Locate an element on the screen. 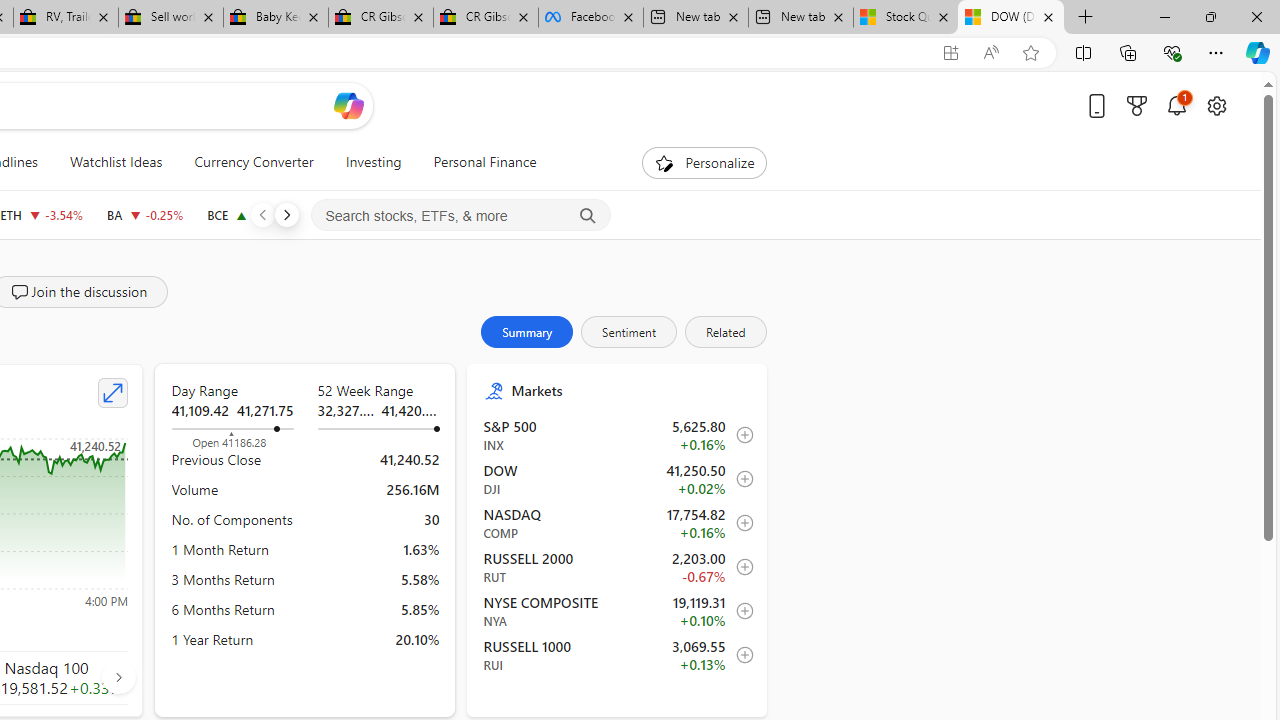 This screenshot has width=1280, height=720. 'Currency Converter' is located at coordinates (253, 162).